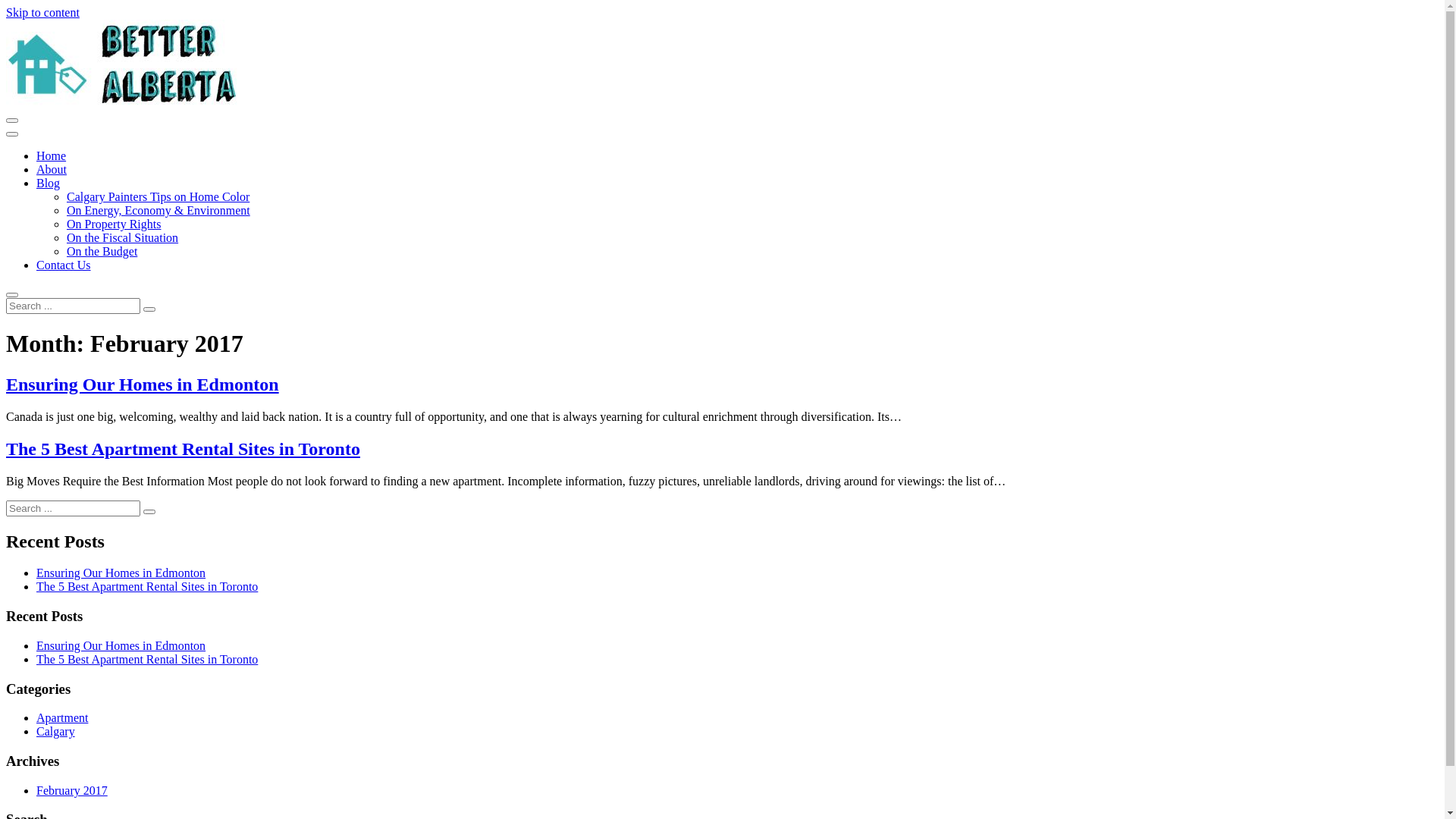 This screenshot has width=1456, height=819. What do you see at coordinates (65, 224) in the screenshot?
I see `'On Property Rights'` at bounding box center [65, 224].